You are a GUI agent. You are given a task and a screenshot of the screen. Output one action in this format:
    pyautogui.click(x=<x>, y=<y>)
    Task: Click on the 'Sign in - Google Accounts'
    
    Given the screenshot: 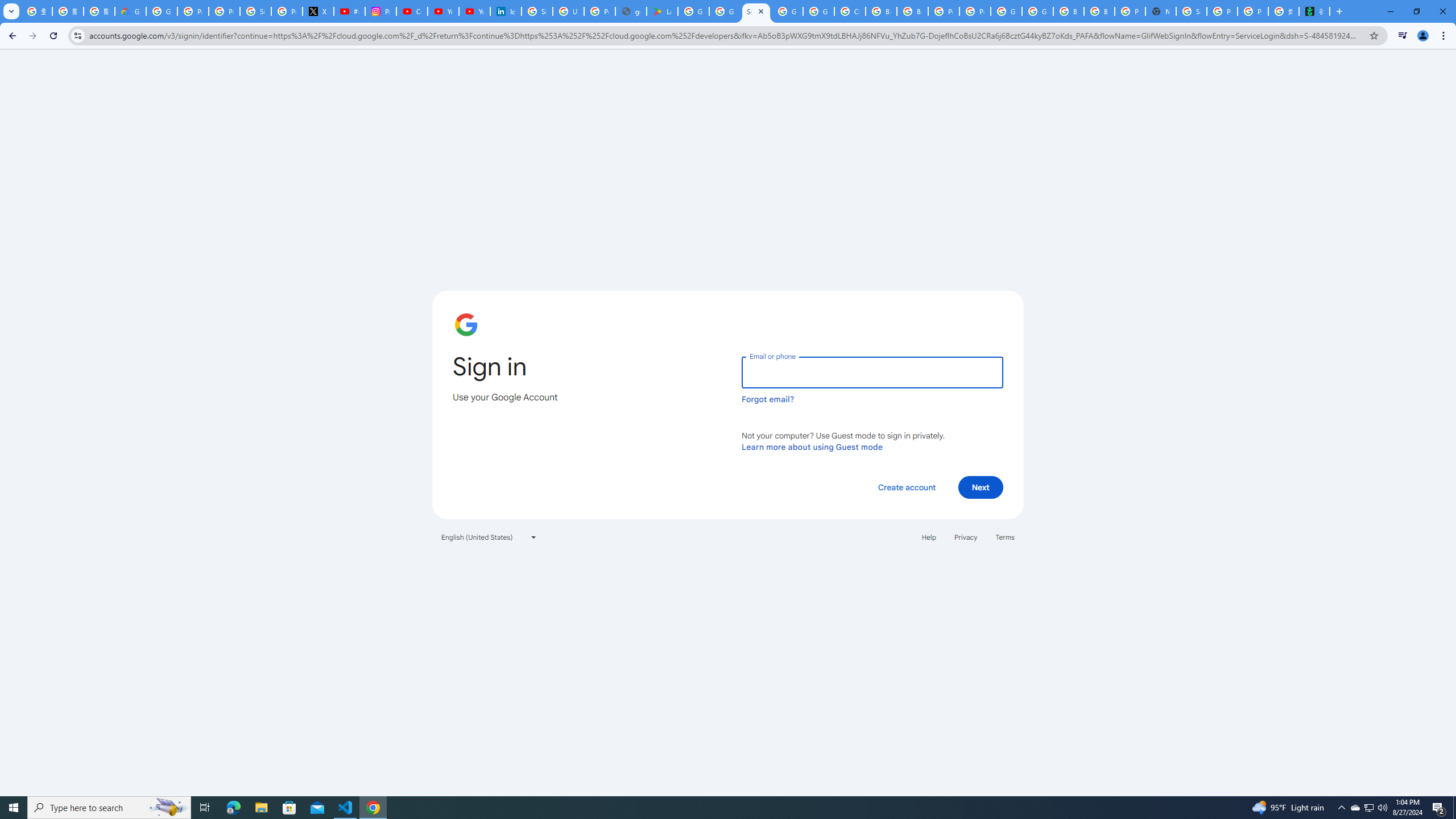 What is the action you would take?
    pyautogui.click(x=536, y=11)
    